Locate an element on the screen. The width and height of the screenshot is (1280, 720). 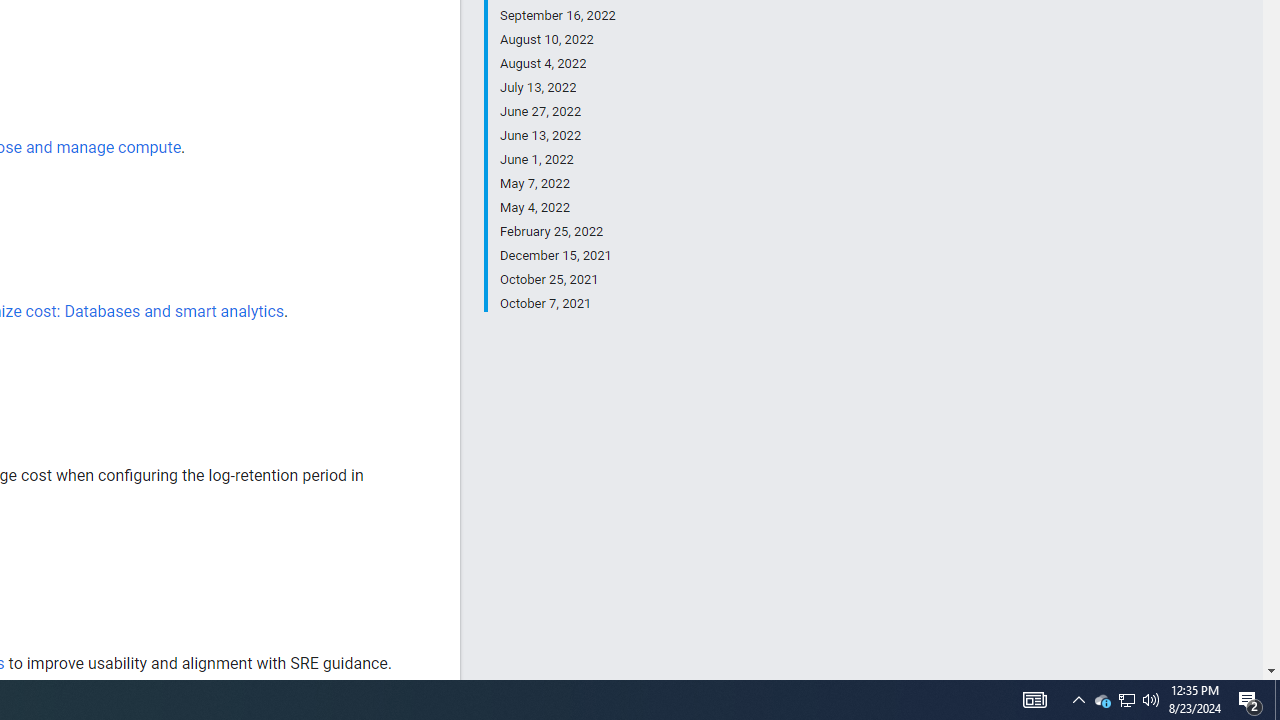
'May 7, 2022' is located at coordinates (557, 183).